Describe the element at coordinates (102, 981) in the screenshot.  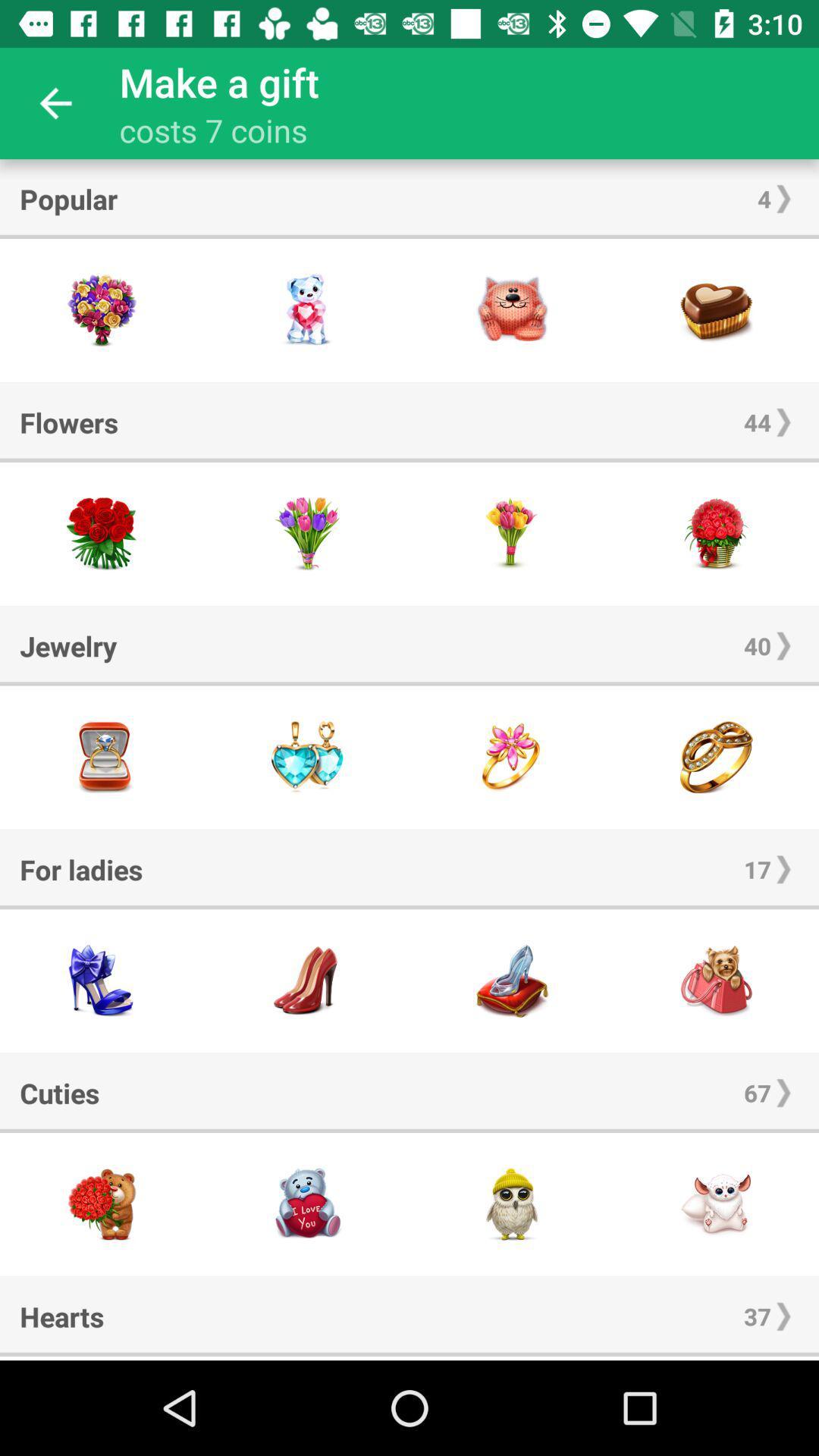
I see `this item` at that location.